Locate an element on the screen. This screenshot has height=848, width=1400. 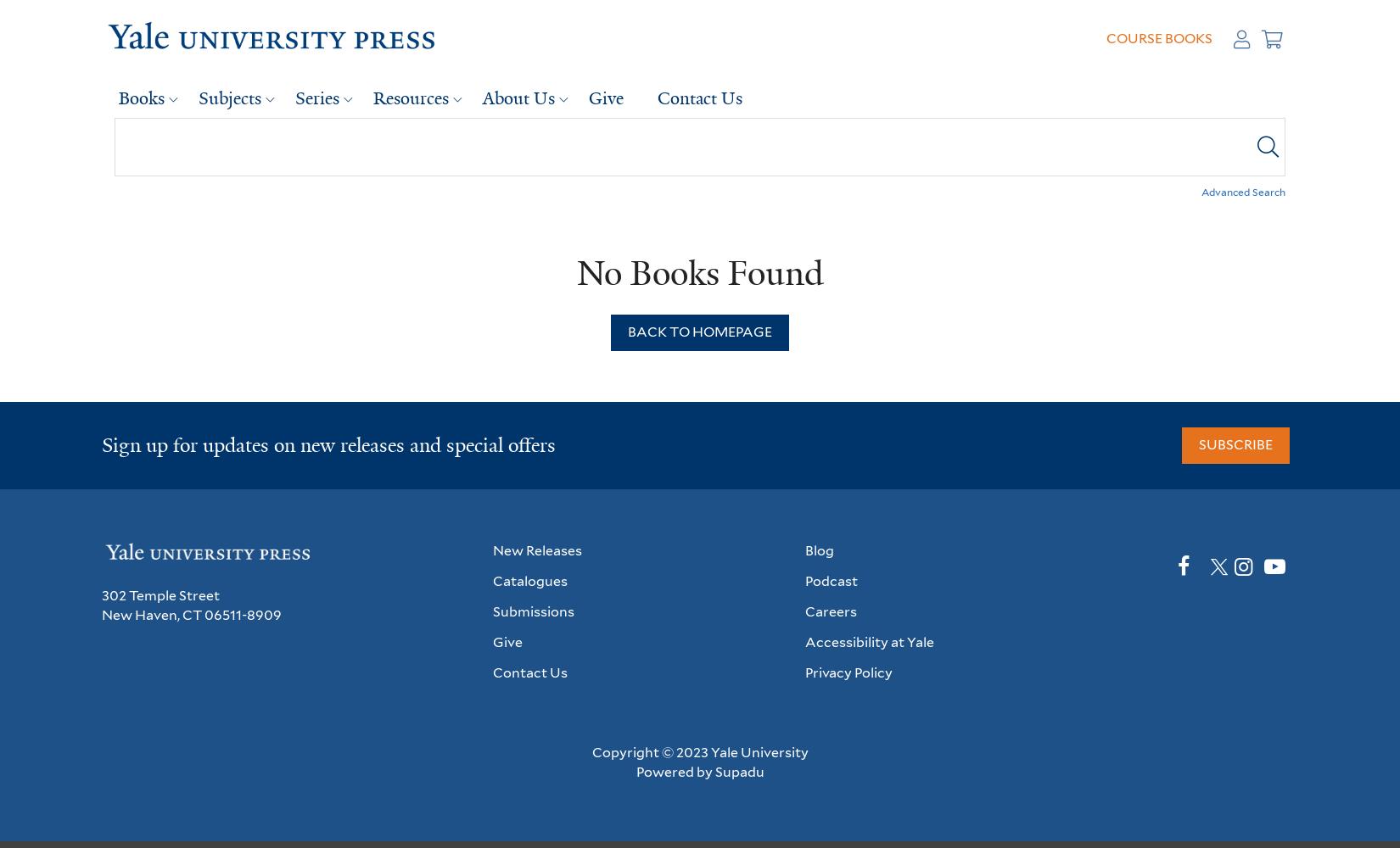
'Powered by' is located at coordinates (634, 771).